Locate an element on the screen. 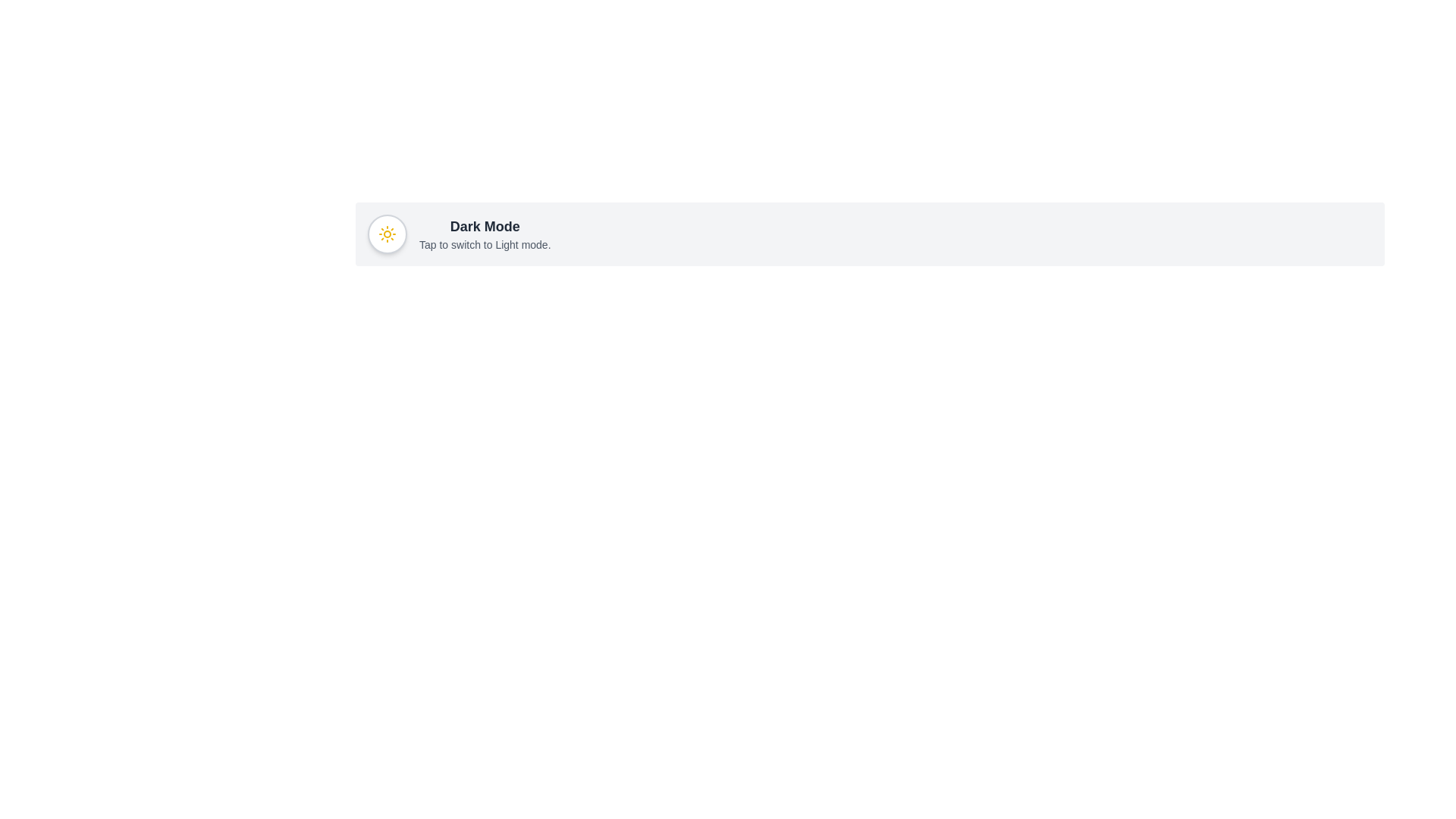 Image resolution: width=1456 pixels, height=819 pixels. the circular button featuring a sun icon, which is yellow on a white background with a thin gray border is located at coordinates (387, 234).